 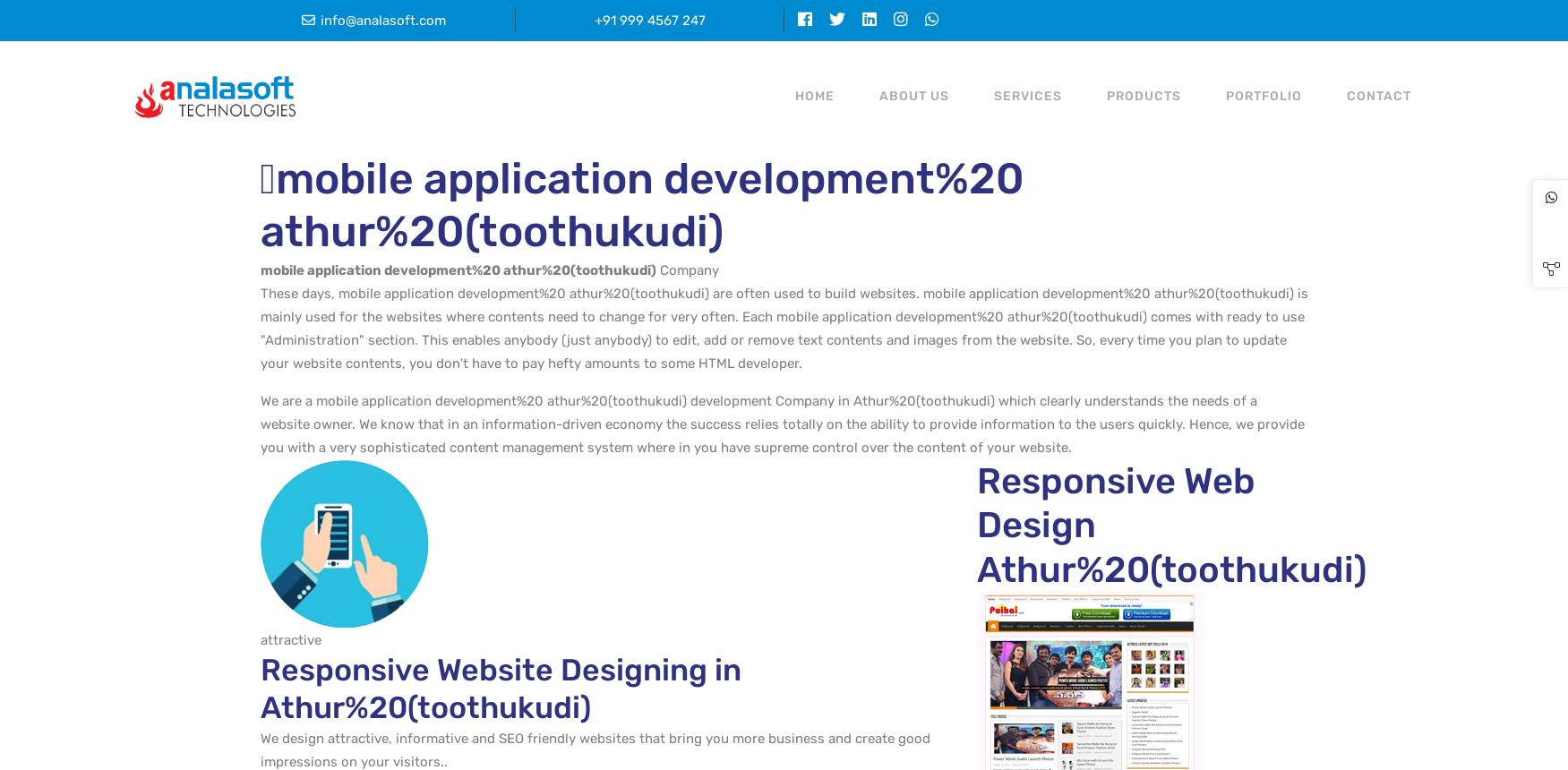 I want to click on 'PRODUCTS', so click(x=1144, y=95).